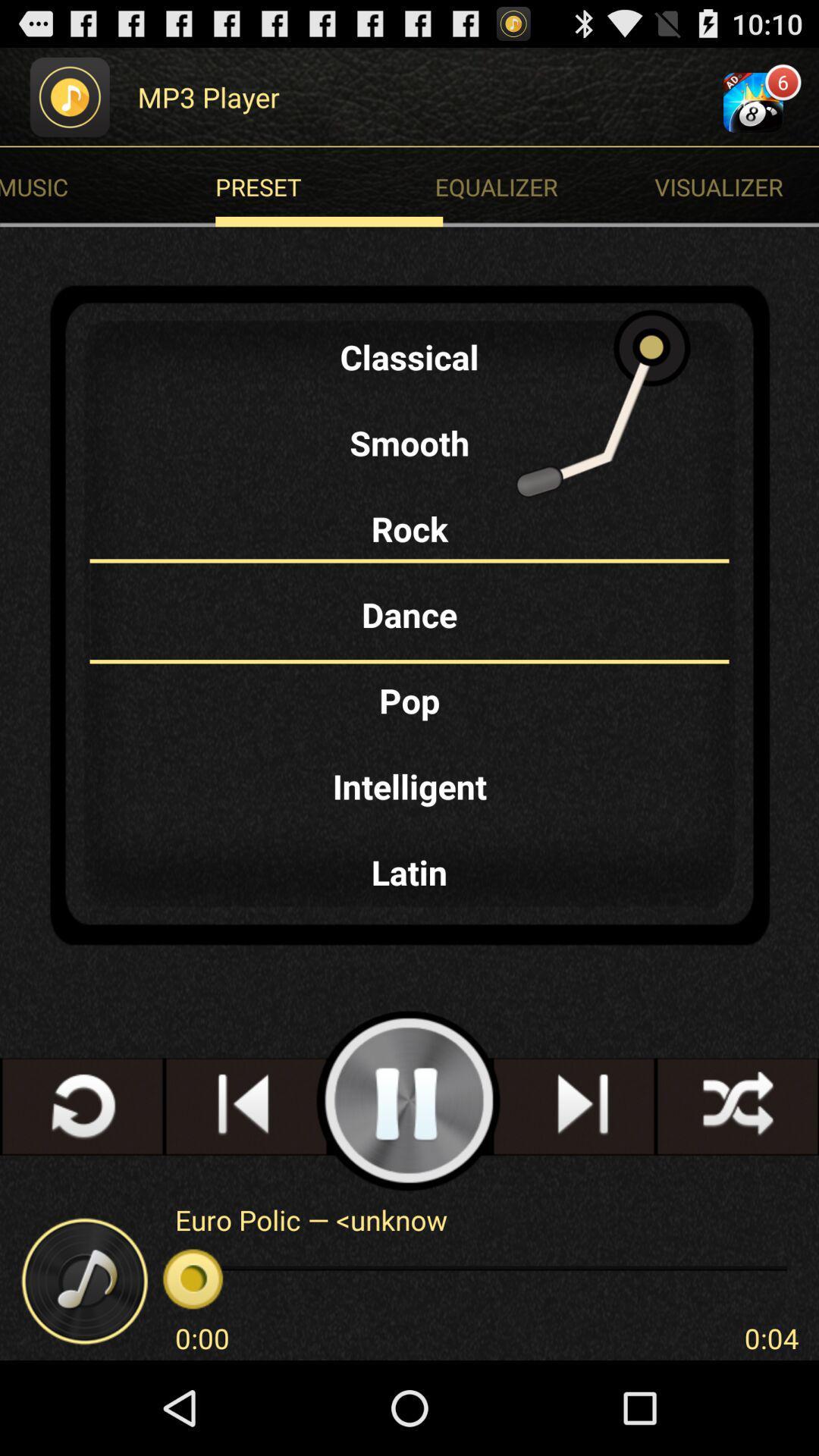  Describe the element at coordinates (408, 1101) in the screenshot. I see `play` at that location.